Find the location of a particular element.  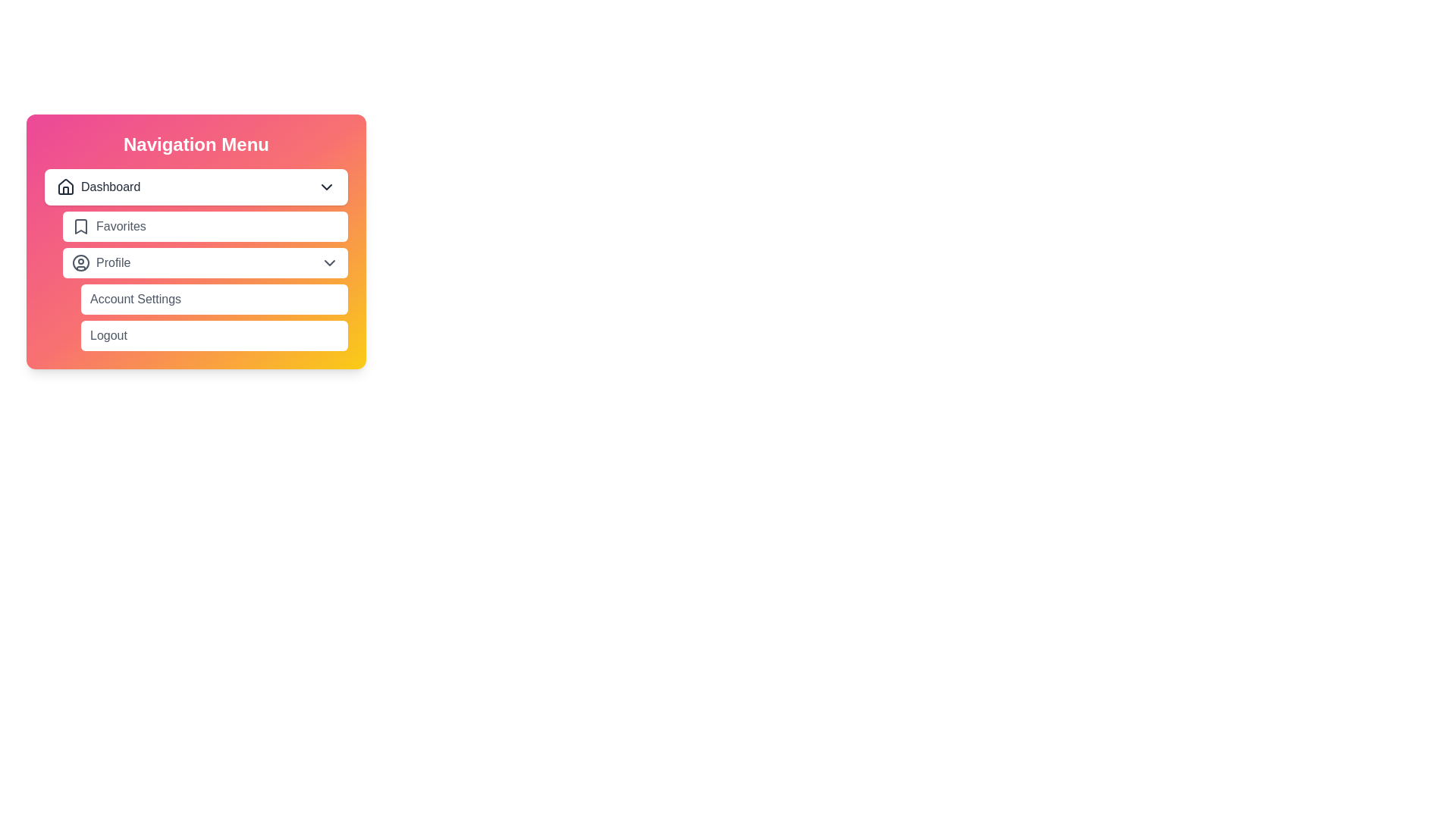

the 'Dashboard' text label accompanied by a house icon at the top of the vertical navigation menu is located at coordinates (98, 186).